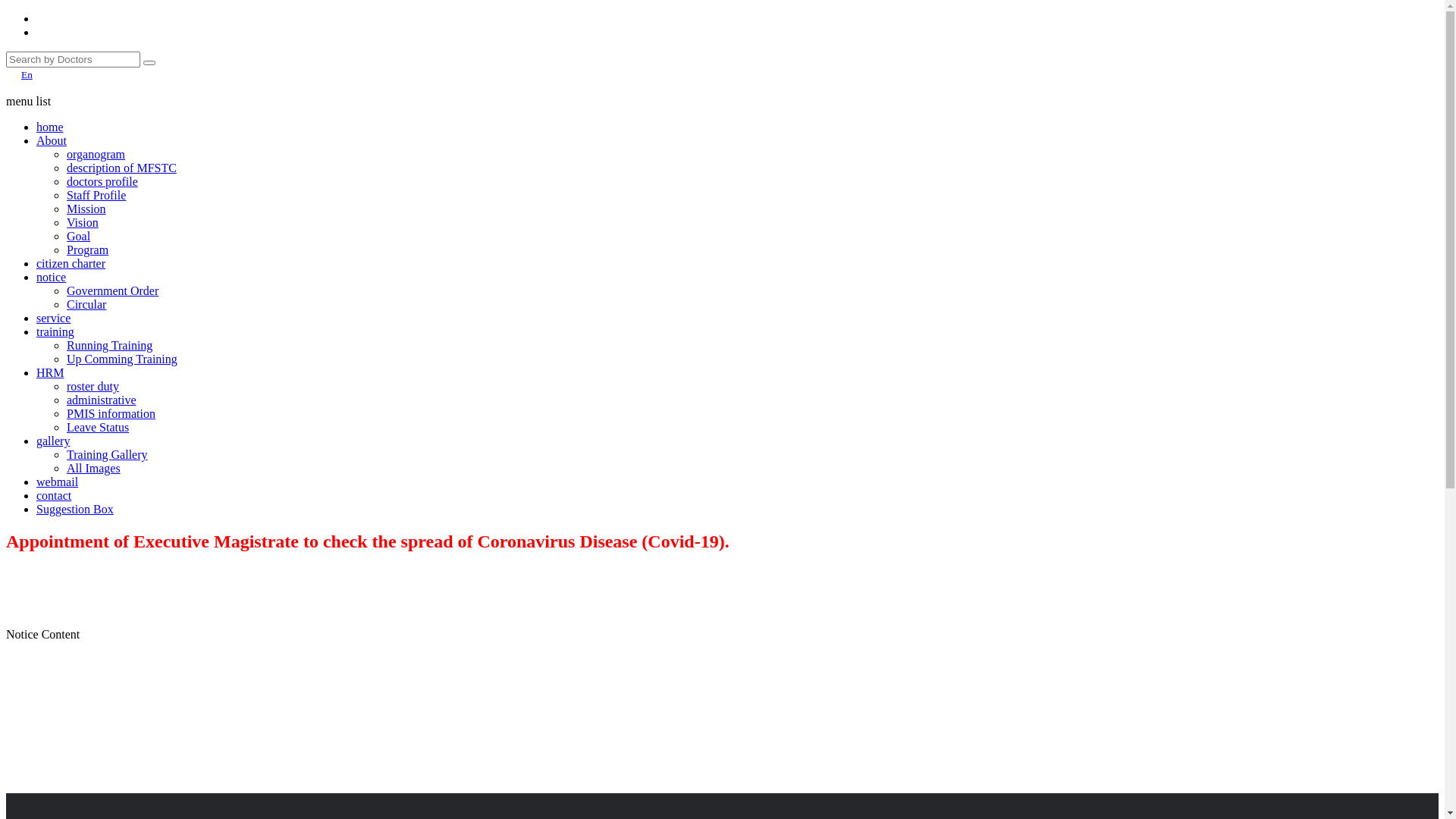  What do you see at coordinates (57, 482) in the screenshot?
I see `'webmail'` at bounding box center [57, 482].